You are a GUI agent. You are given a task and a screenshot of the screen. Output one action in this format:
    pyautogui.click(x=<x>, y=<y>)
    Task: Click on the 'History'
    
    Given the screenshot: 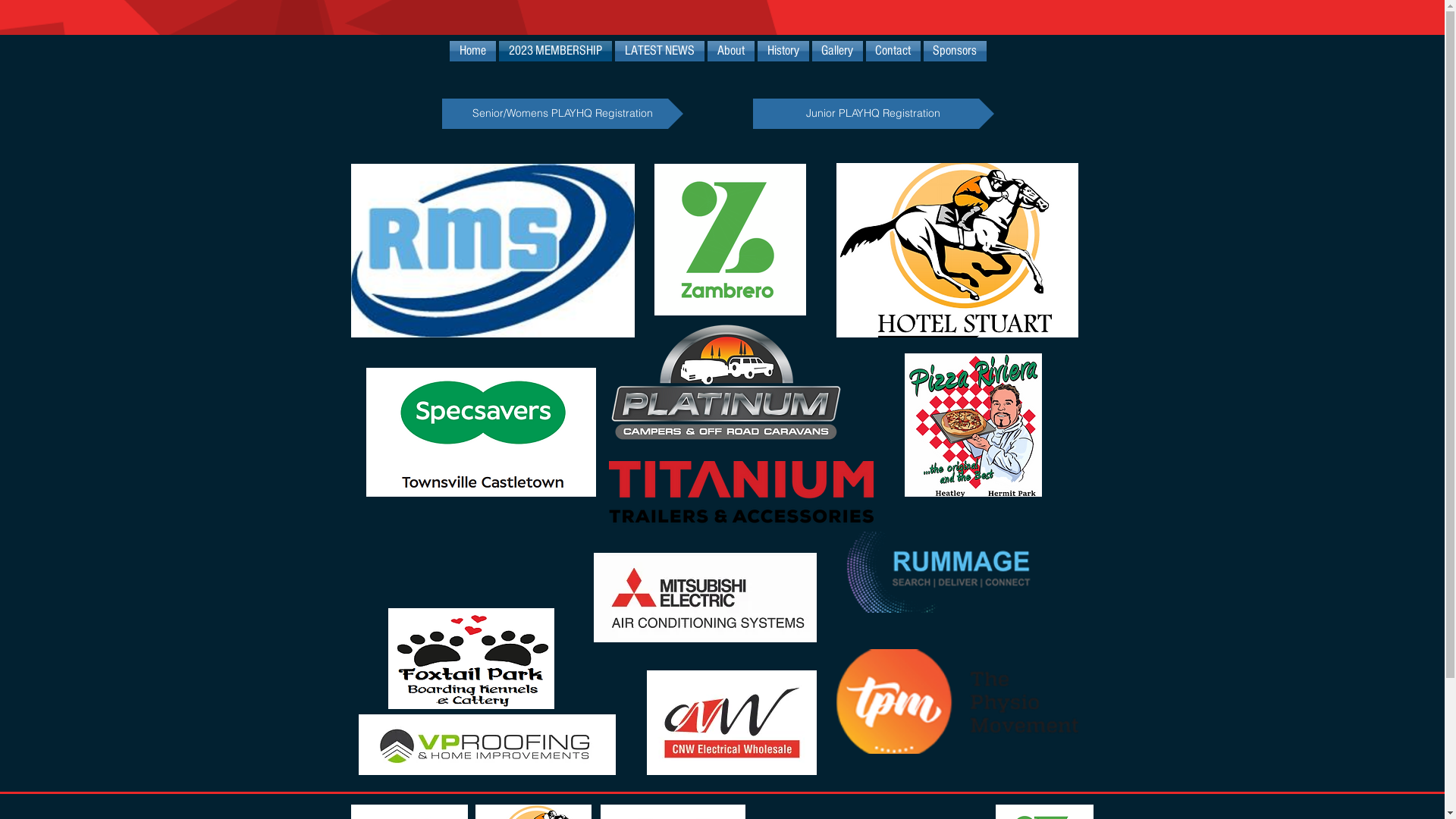 What is the action you would take?
    pyautogui.click(x=783, y=50)
    